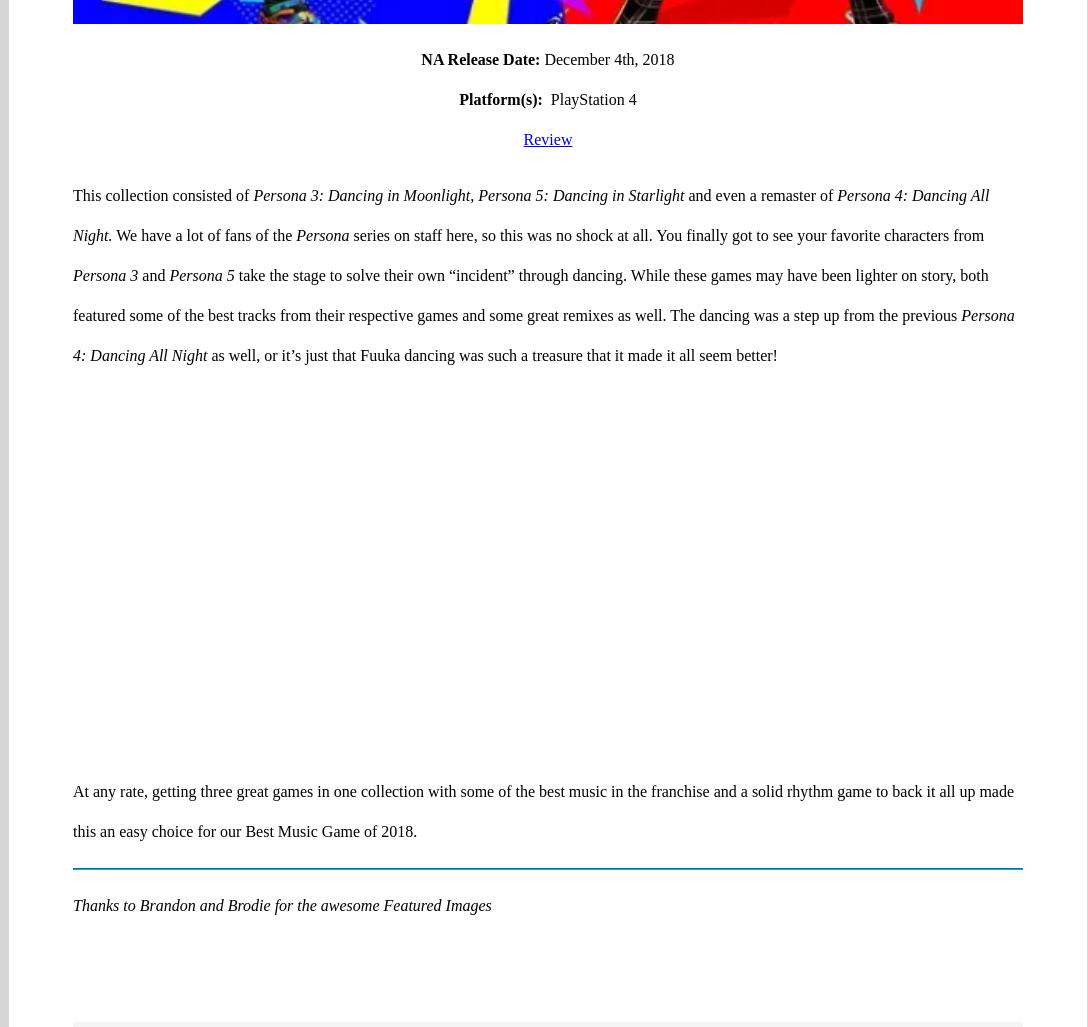 The image size is (1088, 1027). Describe the element at coordinates (542, 257) in the screenshot. I see `'Persona 4: Dancing All Night'` at that location.